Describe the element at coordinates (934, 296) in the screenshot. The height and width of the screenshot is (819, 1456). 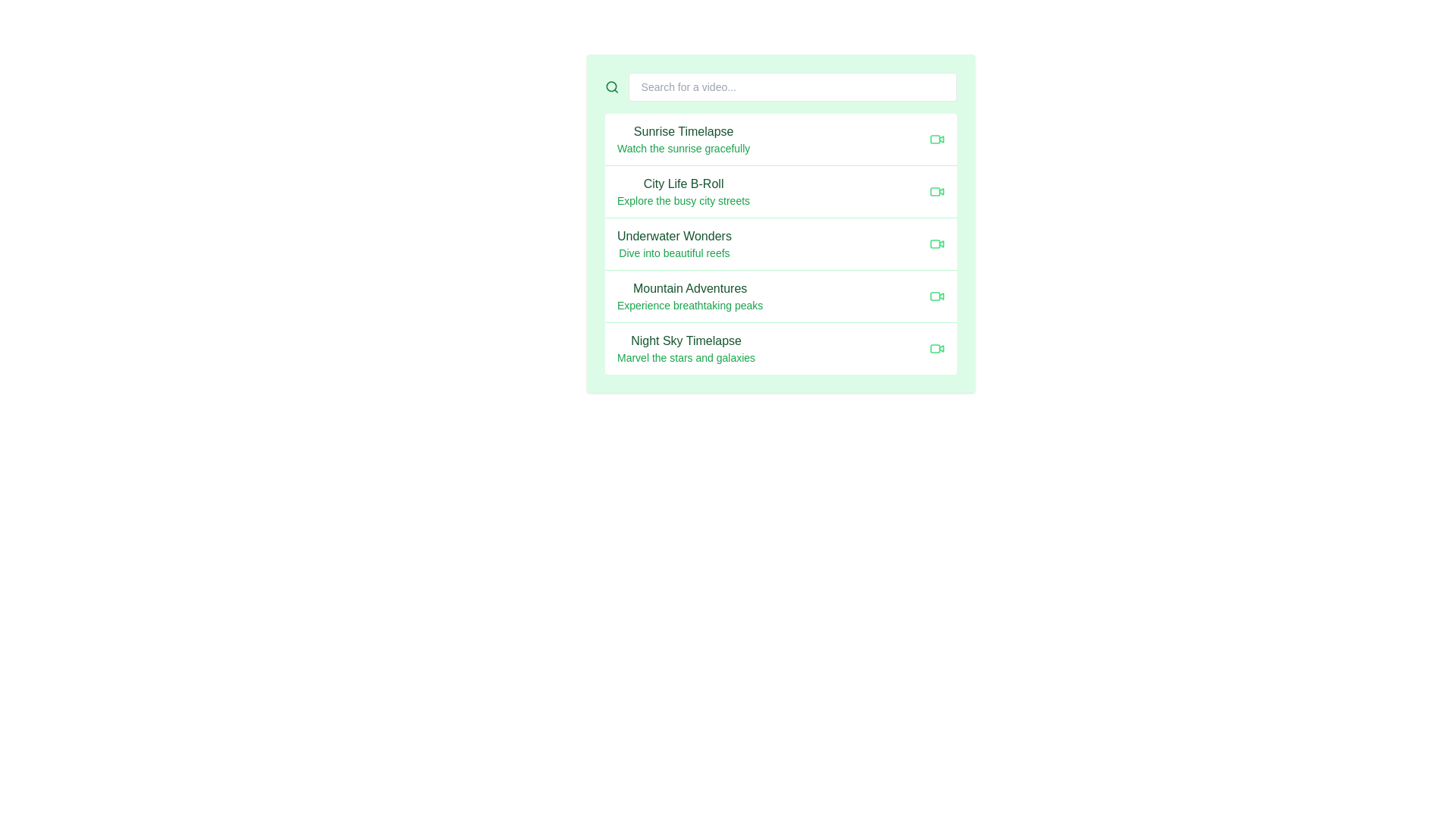
I see `the decorative indicator or status badge associated with the video option for 'Mountain Adventures', which is positioned within the fourth item of the vertical list of video options` at that location.